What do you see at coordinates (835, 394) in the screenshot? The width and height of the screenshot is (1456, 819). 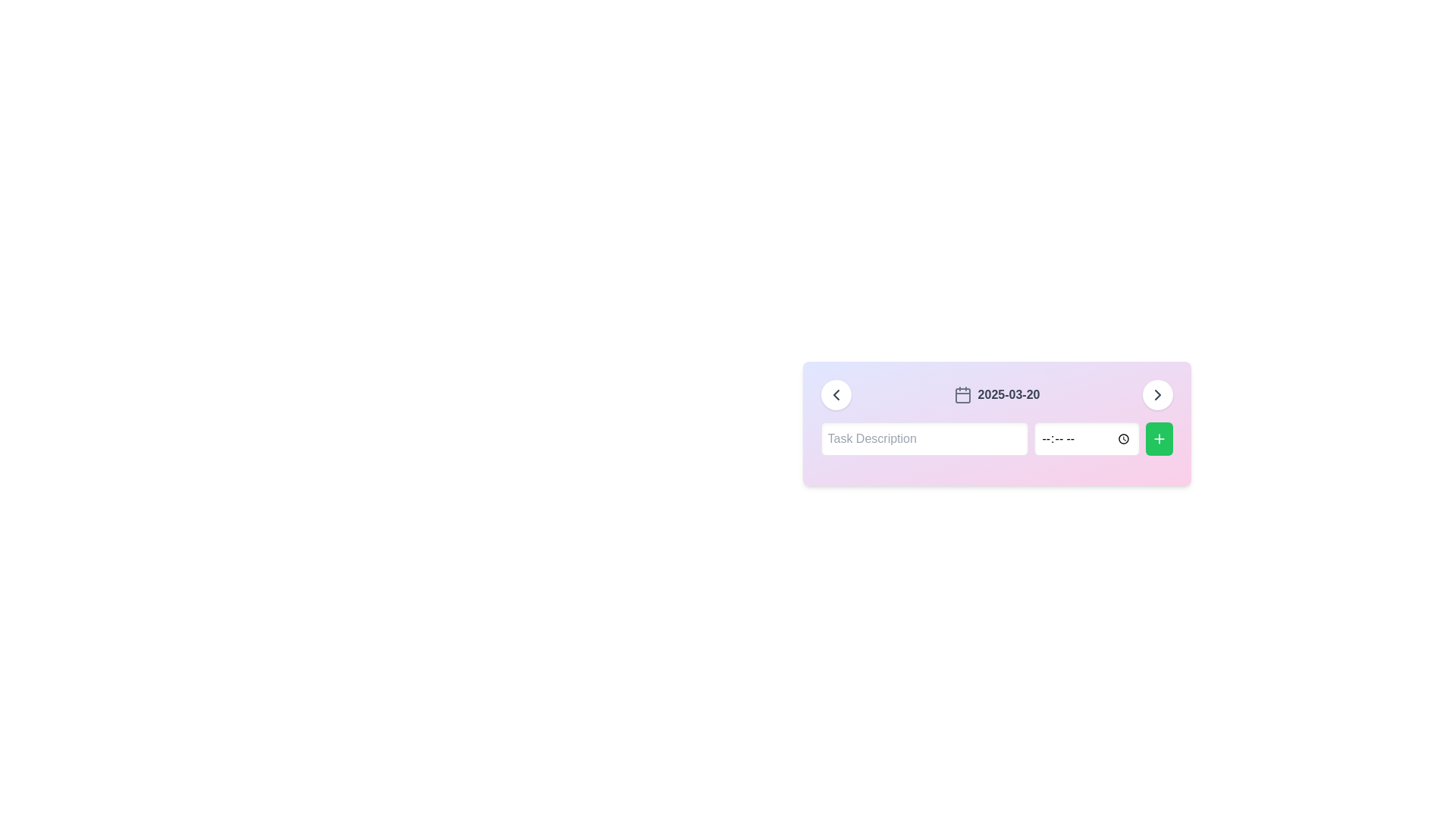 I see `the left-facing chevron icon which is part of a circular button located at the leftmost side of the task input panel` at bounding box center [835, 394].